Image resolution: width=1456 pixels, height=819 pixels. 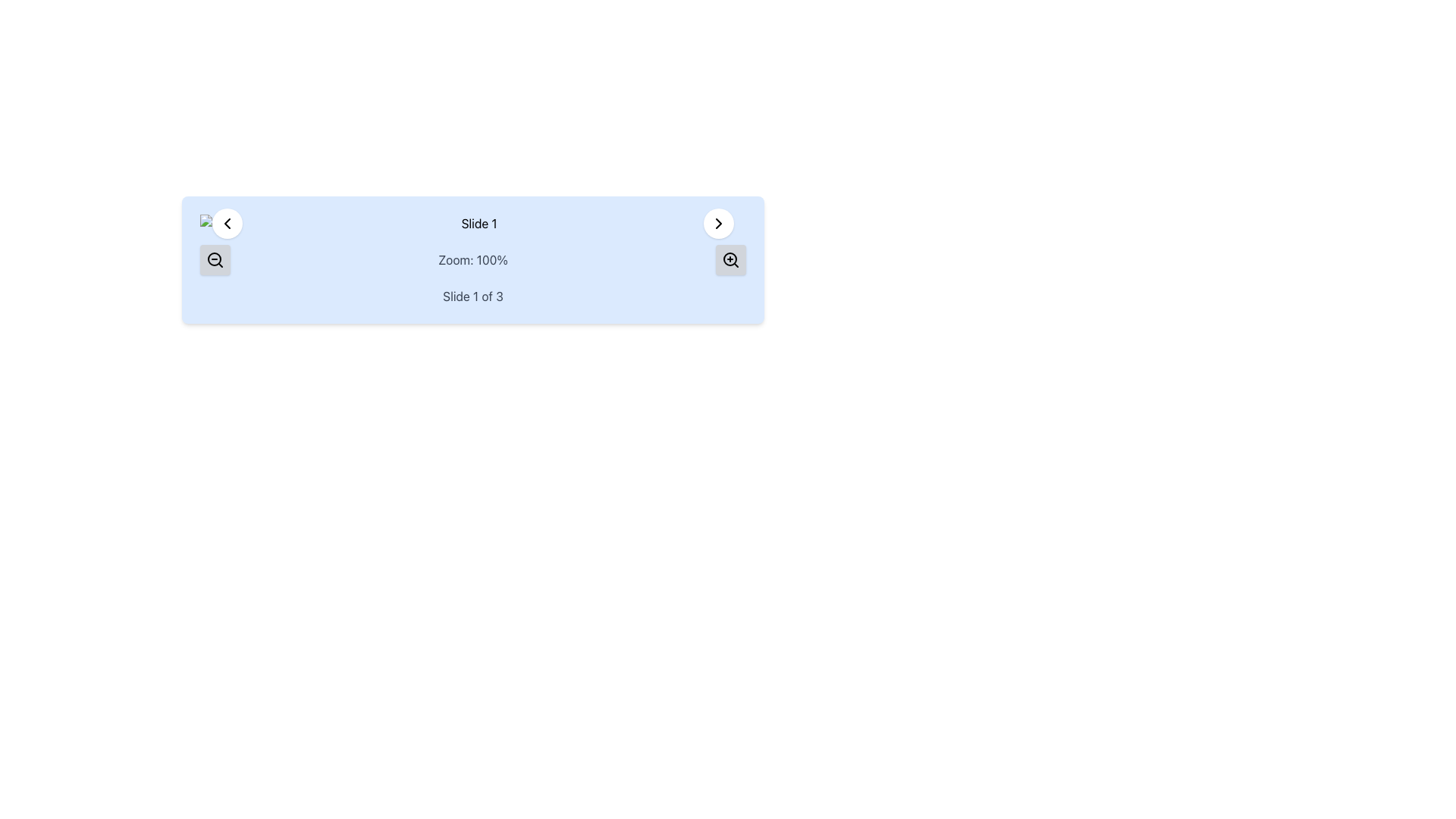 What do you see at coordinates (718, 223) in the screenshot?
I see `the right navigation button of the carousel, which is a circular button with a white background and a black rightward chevron icon` at bounding box center [718, 223].